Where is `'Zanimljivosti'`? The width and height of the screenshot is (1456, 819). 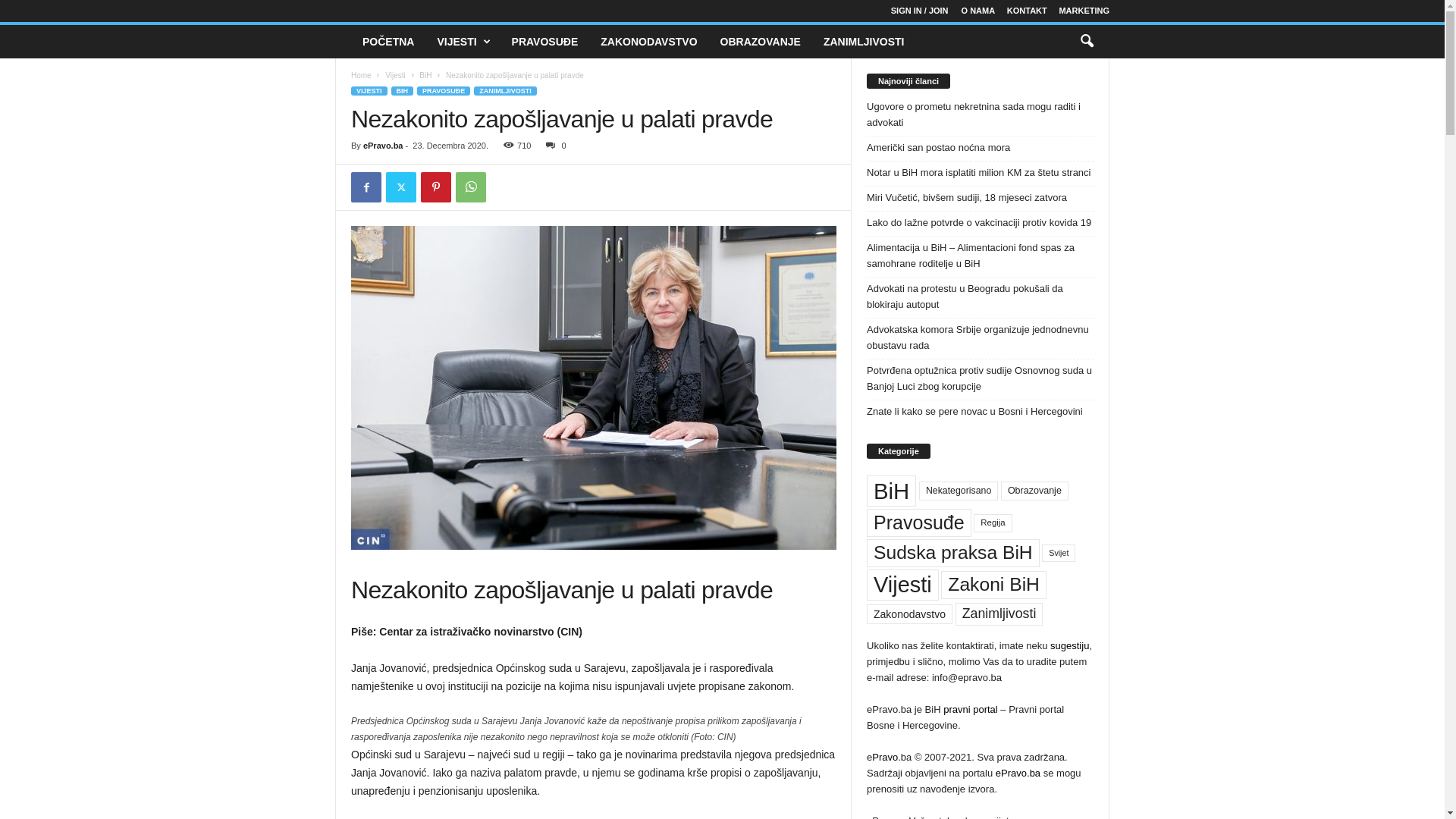 'Zanimljivosti' is located at coordinates (999, 614).